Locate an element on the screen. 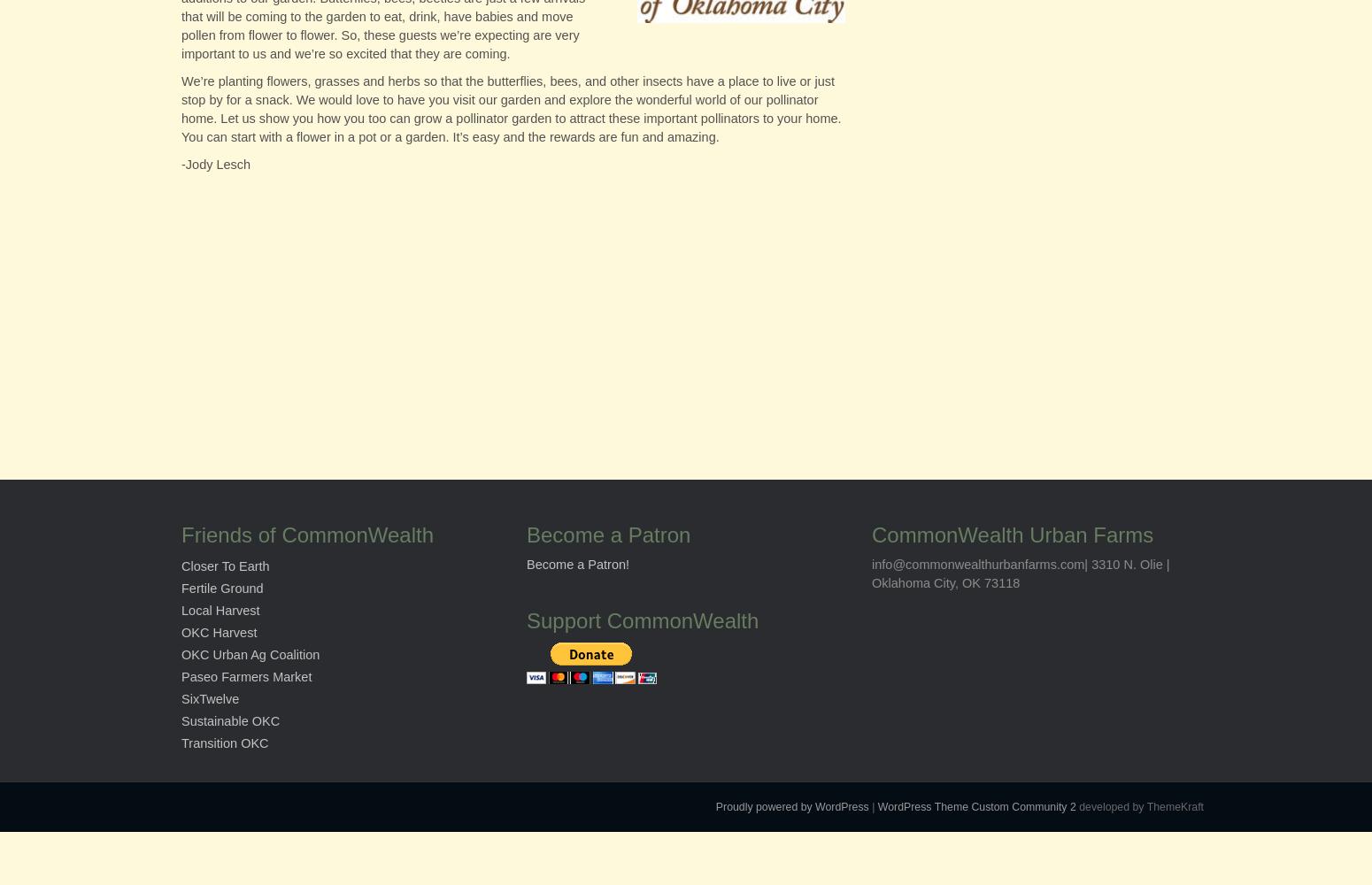 The height and width of the screenshot is (885, 1372). 'Closer To Earth' is located at coordinates (181, 566).